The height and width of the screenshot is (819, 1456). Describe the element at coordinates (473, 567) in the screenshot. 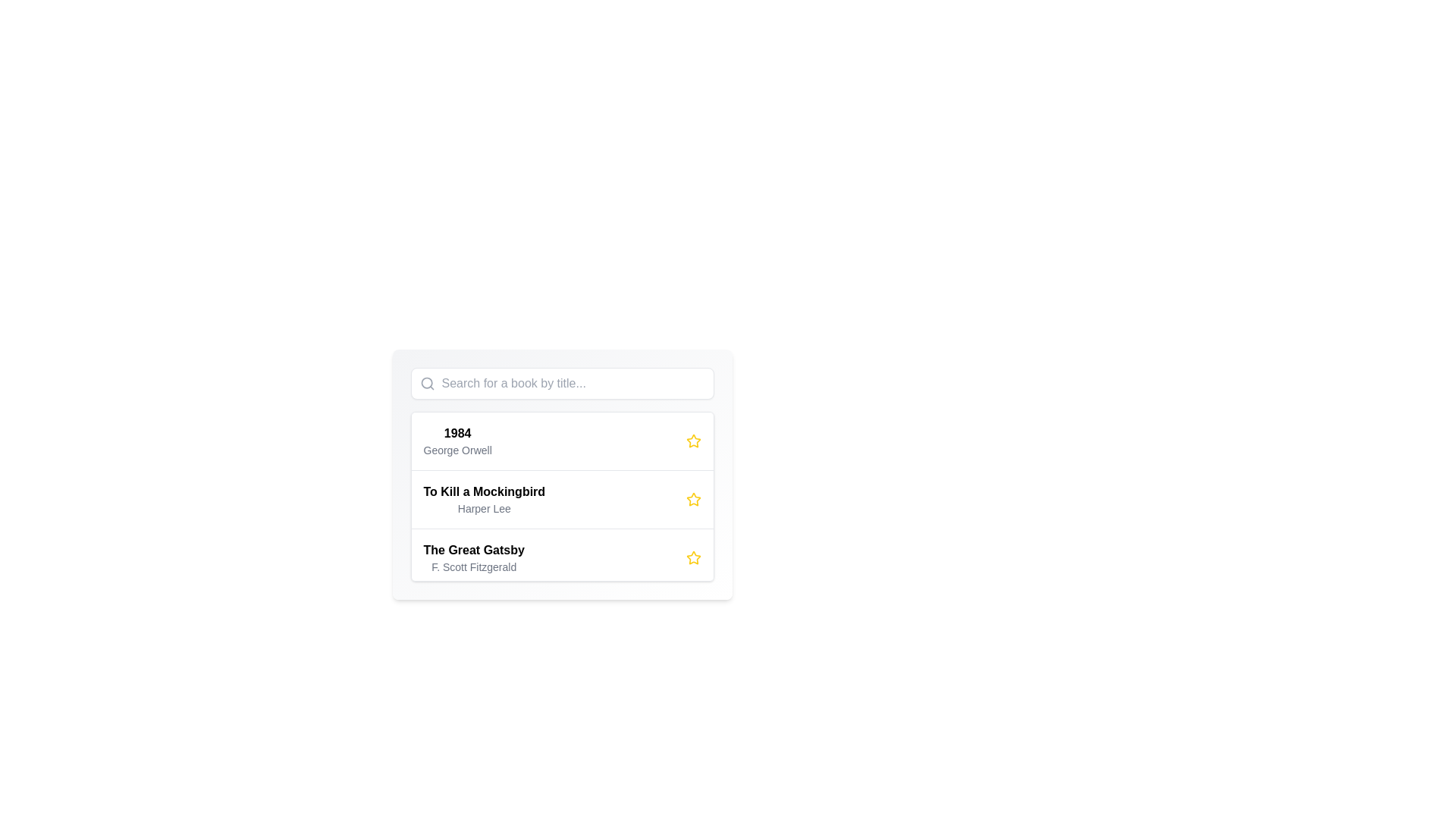

I see `text label displaying the author's name 'F. Scott Fitzgerald' located below the title 'The Great Gatsby' in the book listing interface` at that location.